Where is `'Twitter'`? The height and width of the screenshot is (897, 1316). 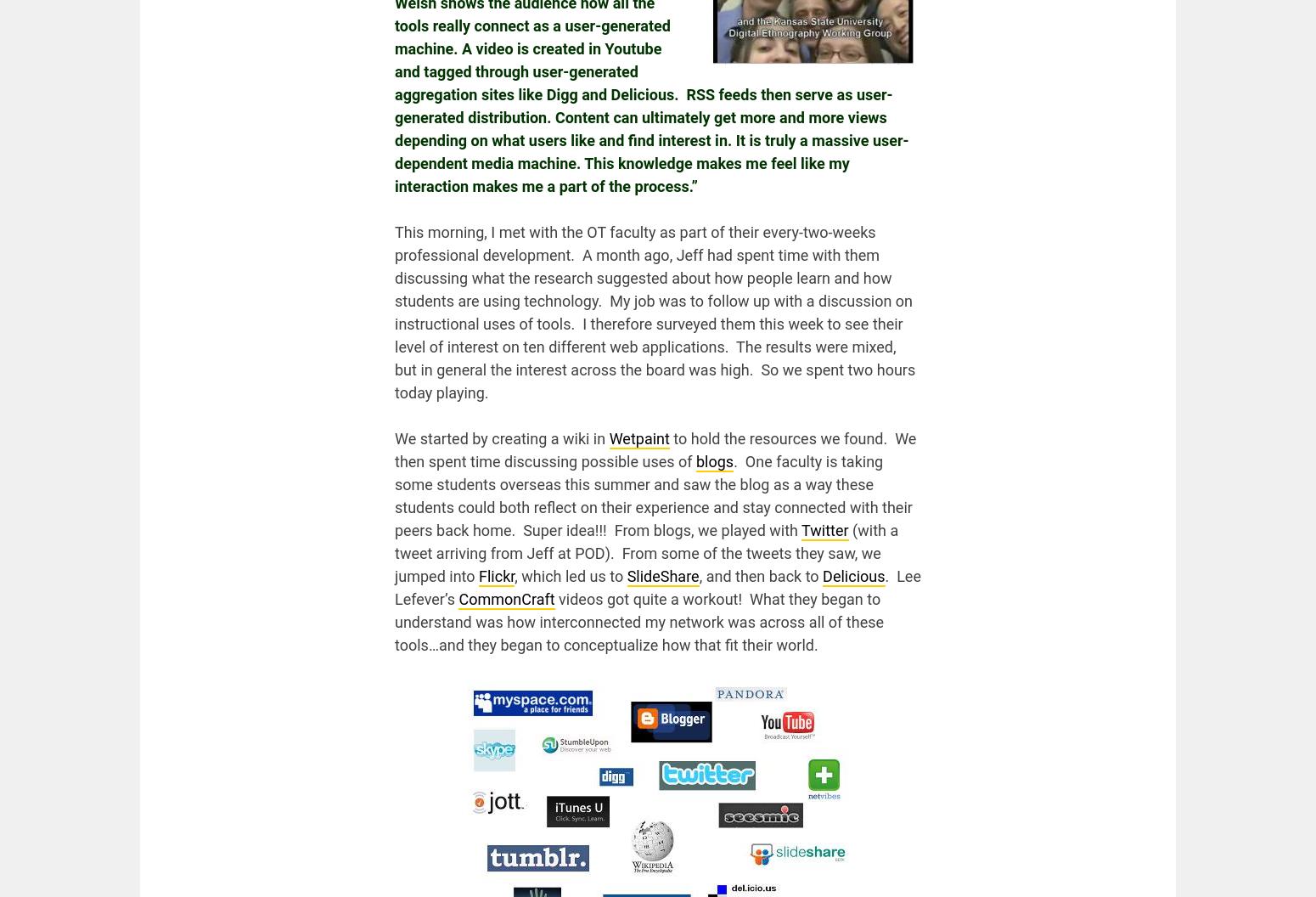
'Twitter' is located at coordinates (824, 529).